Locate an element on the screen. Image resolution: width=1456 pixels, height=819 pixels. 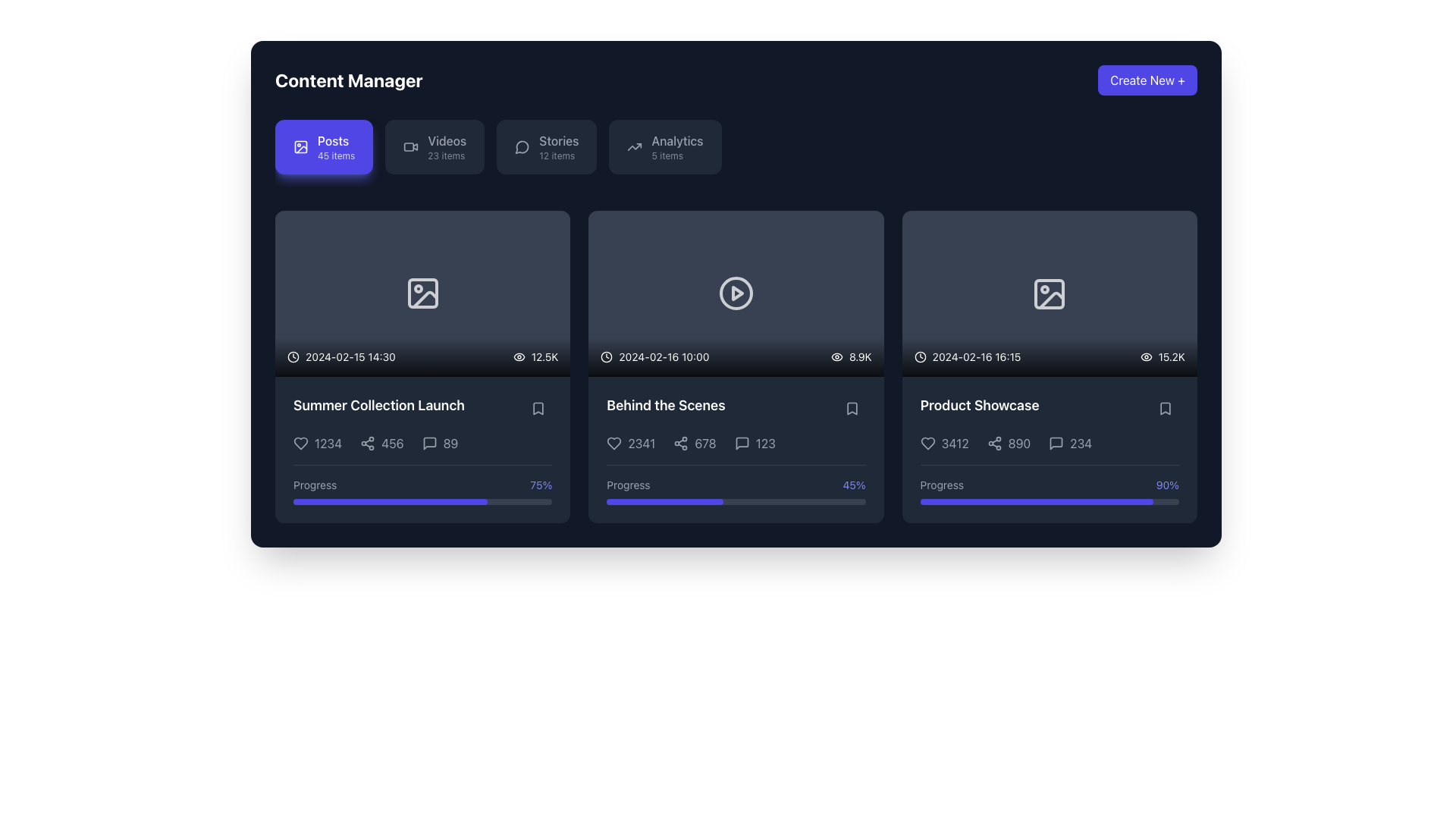
the 'like' icon located in the lower part of the 'Summer Collection Launch' content card is located at coordinates (301, 442).